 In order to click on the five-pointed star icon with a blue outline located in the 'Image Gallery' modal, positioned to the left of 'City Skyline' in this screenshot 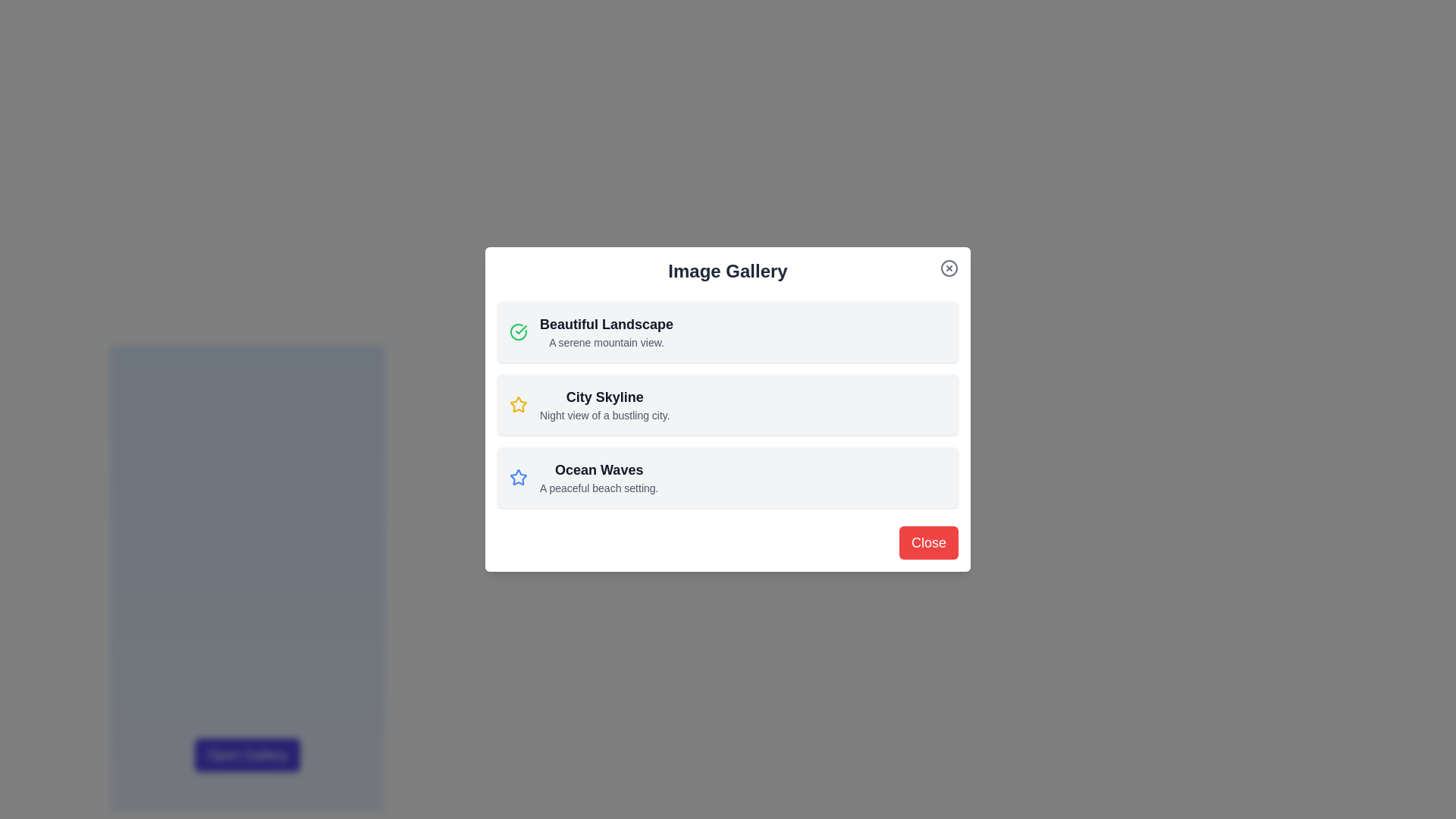, I will do `click(519, 476)`.